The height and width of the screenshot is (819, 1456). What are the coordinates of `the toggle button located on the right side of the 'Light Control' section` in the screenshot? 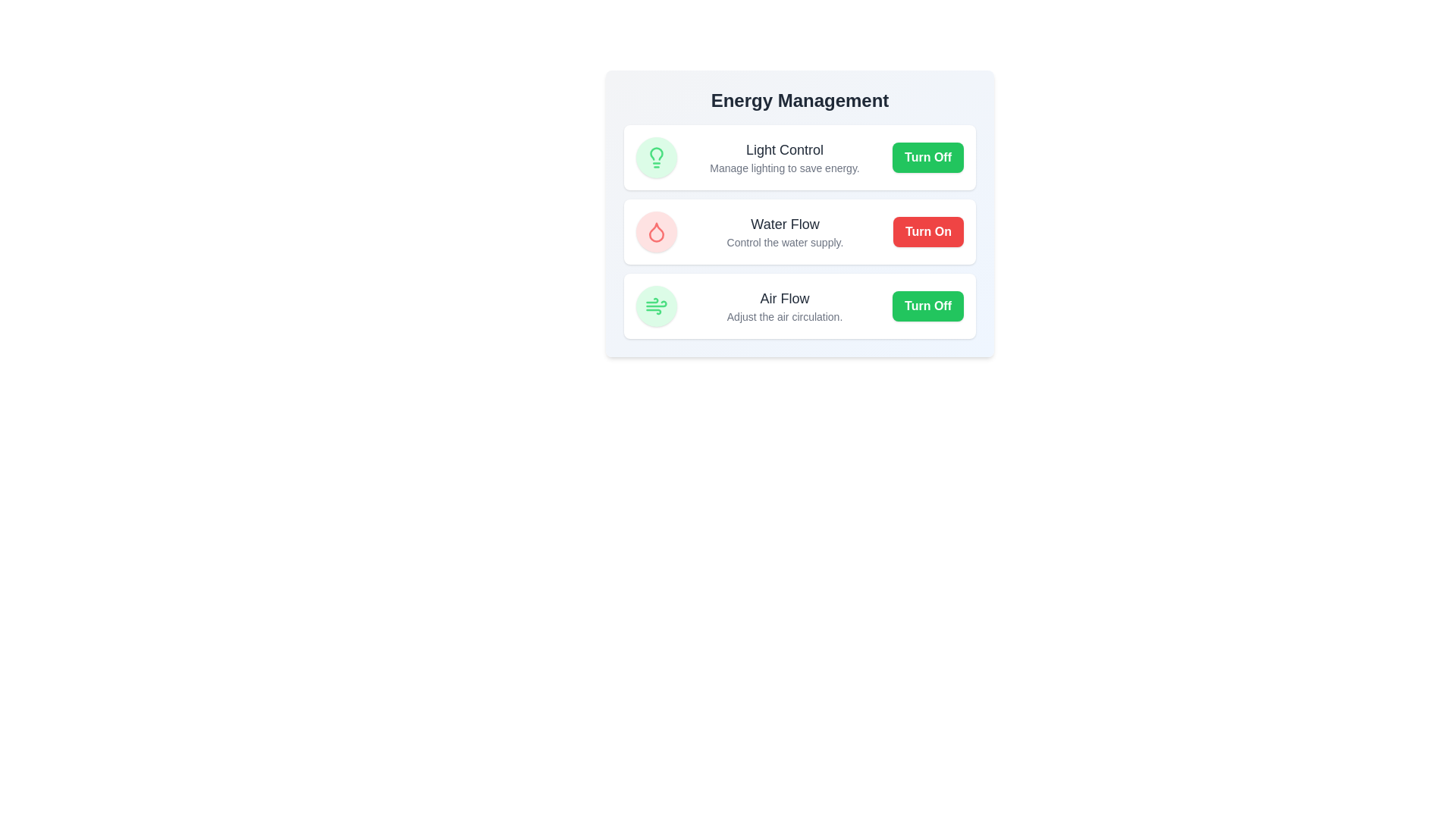 It's located at (927, 158).